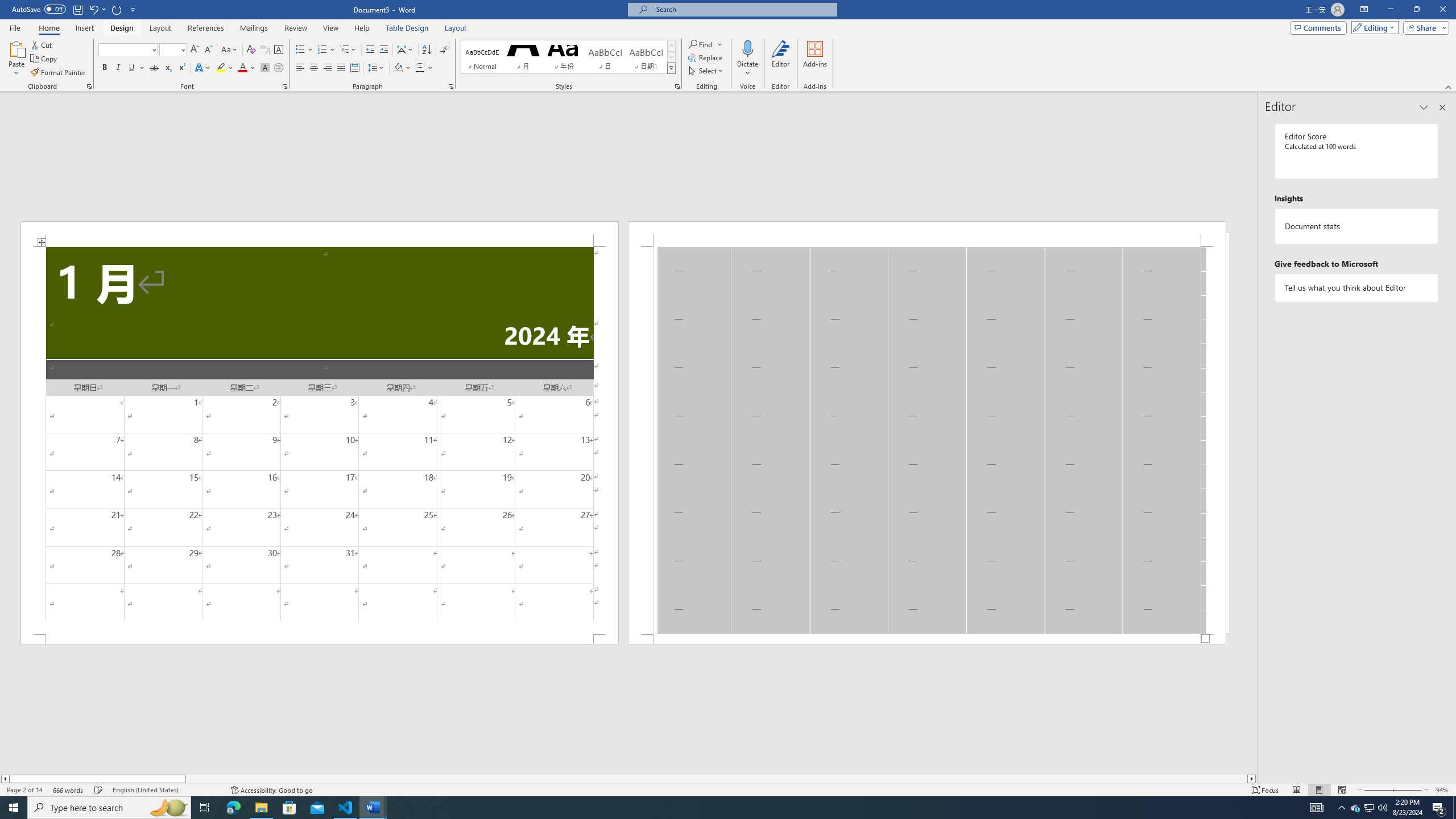 The width and height of the screenshot is (1456, 819). I want to click on 'Tell us what you think about Editor', so click(1356, 287).